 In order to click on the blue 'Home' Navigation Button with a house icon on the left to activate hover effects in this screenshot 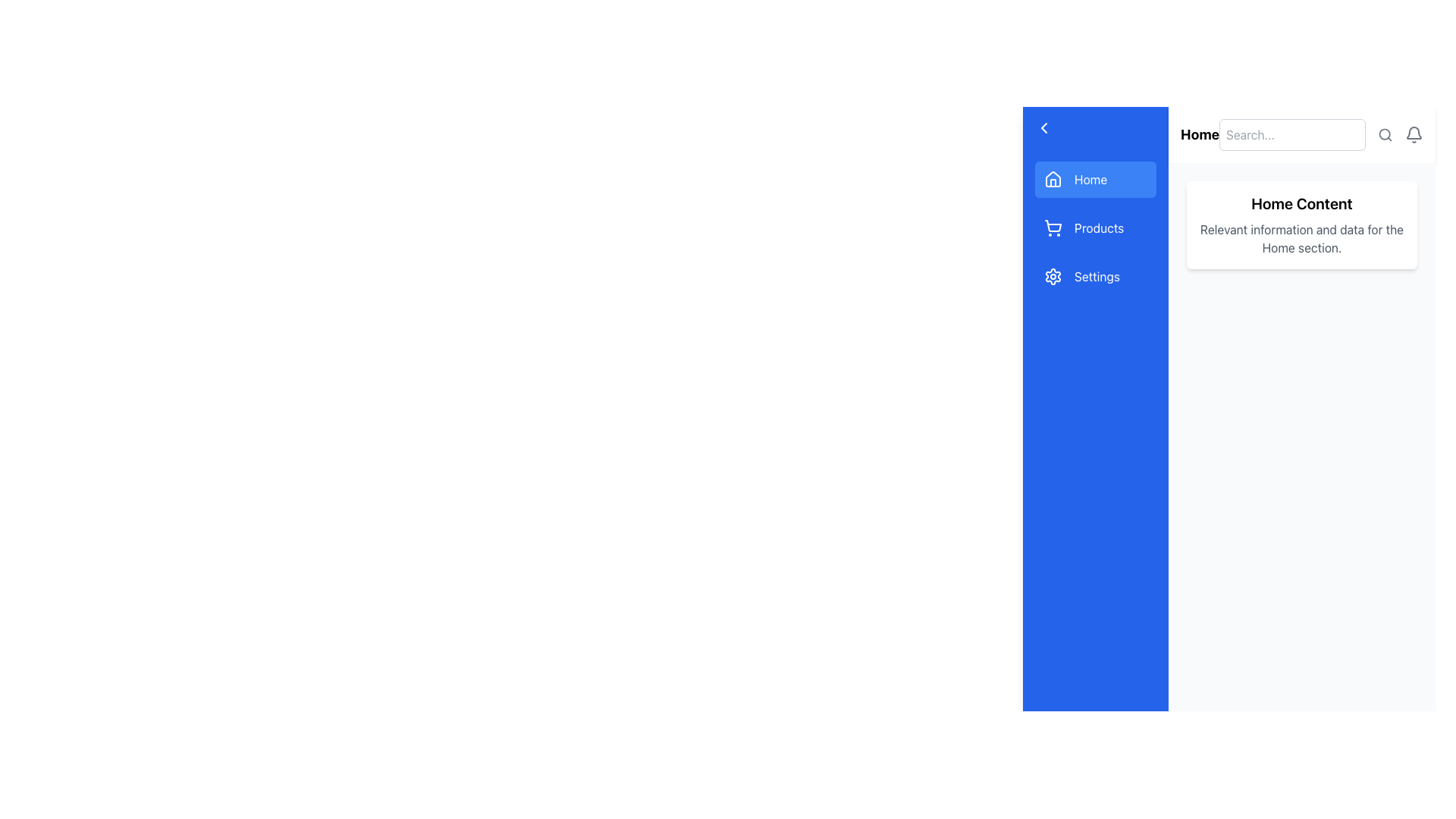, I will do `click(1095, 178)`.